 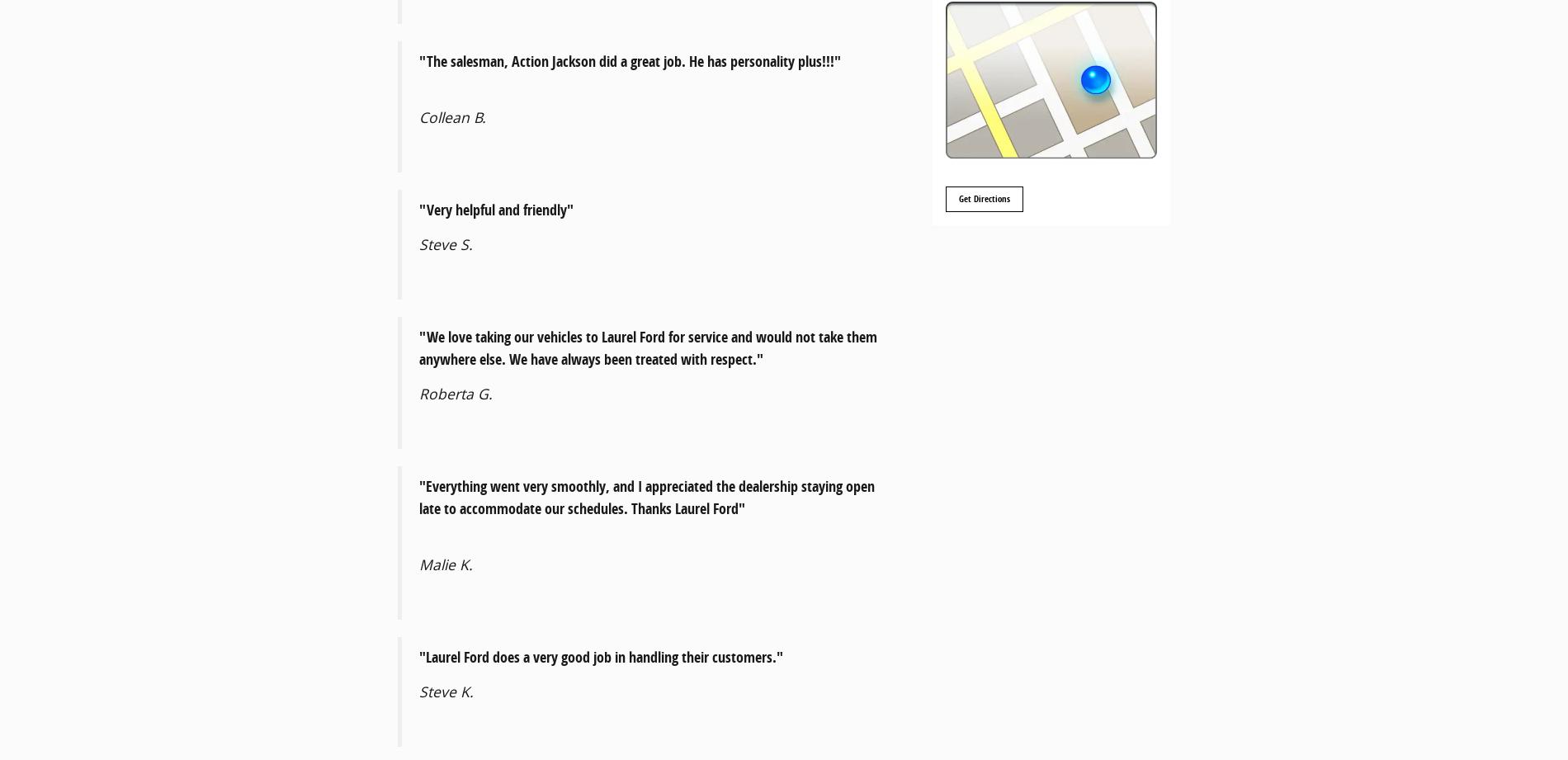 I want to click on 'Roberta 
G.', so click(x=419, y=393).